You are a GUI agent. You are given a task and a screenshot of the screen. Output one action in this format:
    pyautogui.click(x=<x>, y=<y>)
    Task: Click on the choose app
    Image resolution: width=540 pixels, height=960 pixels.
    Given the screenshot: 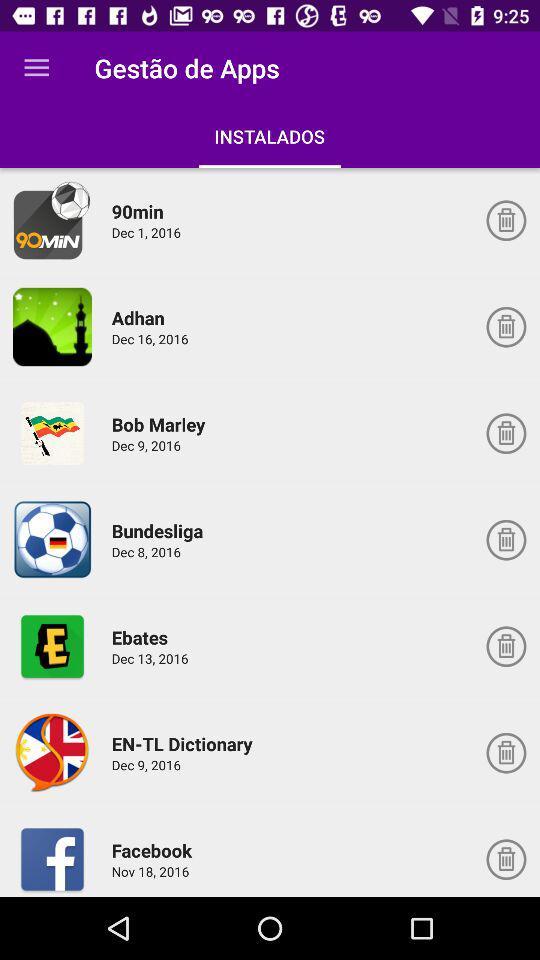 What is the action you would take?
    pyautogui.click(x=52, y=220)
    